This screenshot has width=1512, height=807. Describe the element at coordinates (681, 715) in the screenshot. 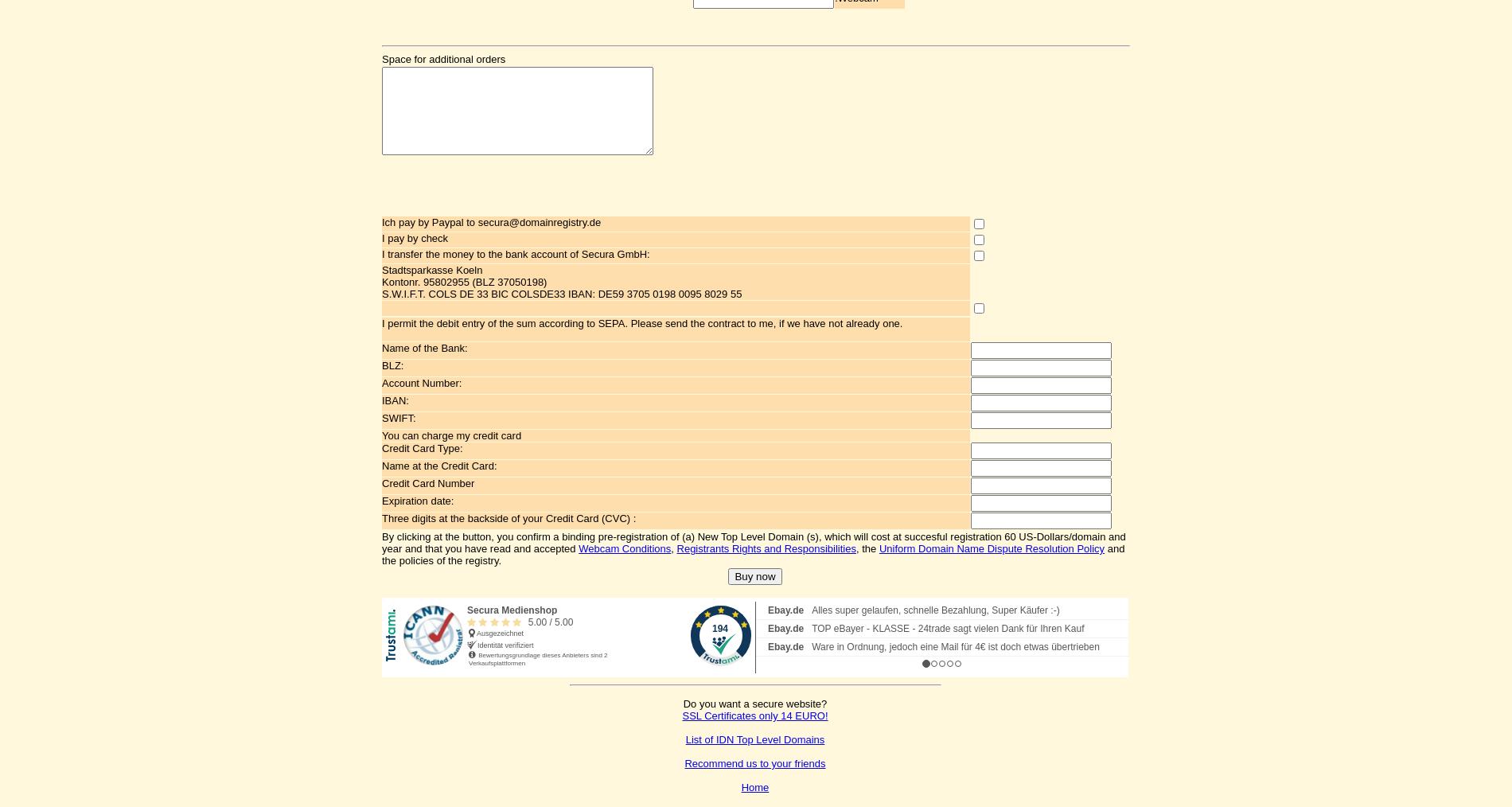

I see `'SSL Certificates only 14 EURO!'` at that location.